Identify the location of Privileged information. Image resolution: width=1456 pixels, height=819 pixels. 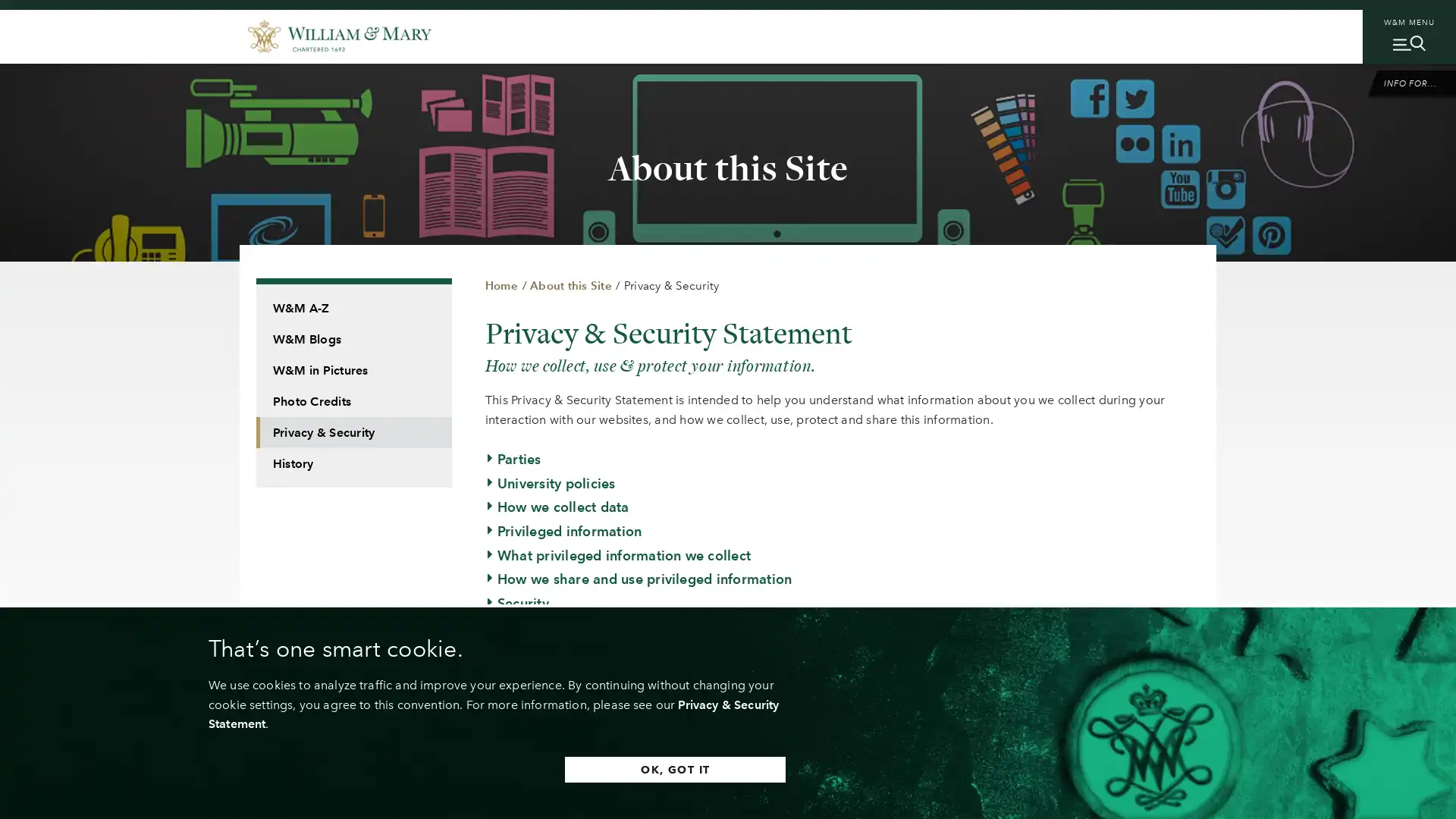
(563, 529).